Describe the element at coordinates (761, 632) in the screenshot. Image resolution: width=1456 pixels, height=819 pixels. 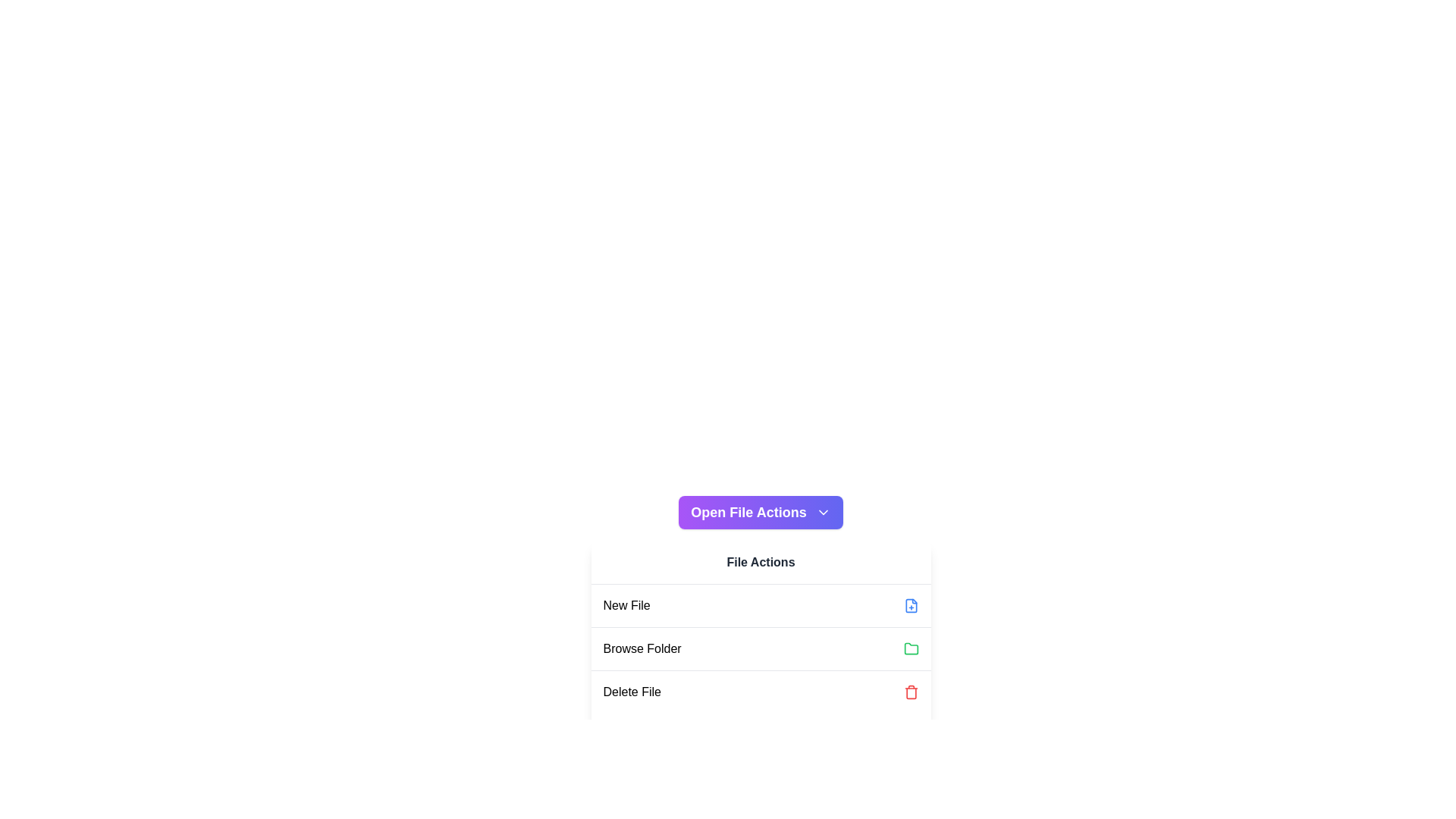
I see `the 'Browse Folder' list item in the dropdown menu to trigger a hover effect` at that location.